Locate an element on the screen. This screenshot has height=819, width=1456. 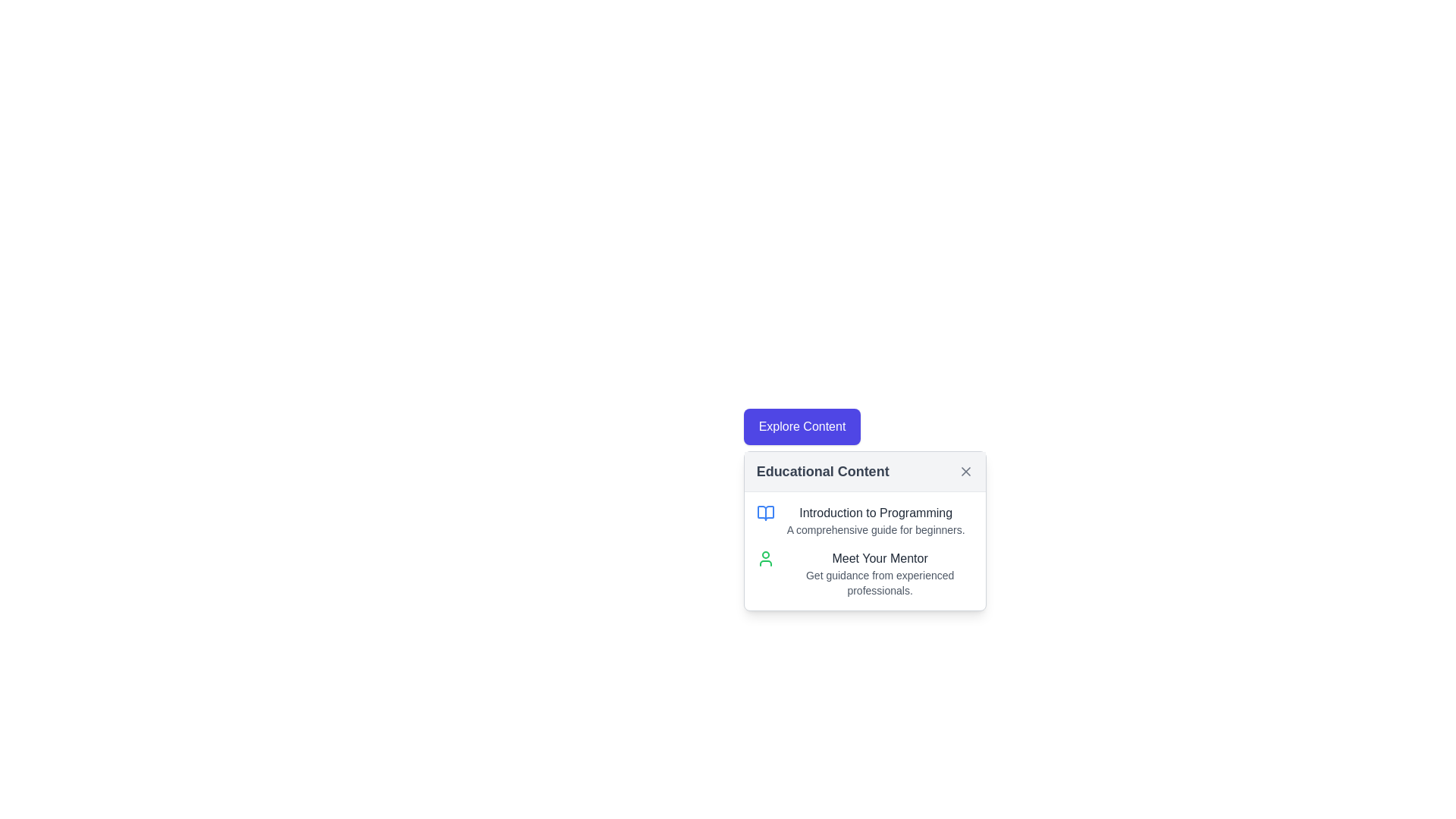
the green person icon in the informational block titled 'Meet Your Mentor' is located at coordinates (864, 573).